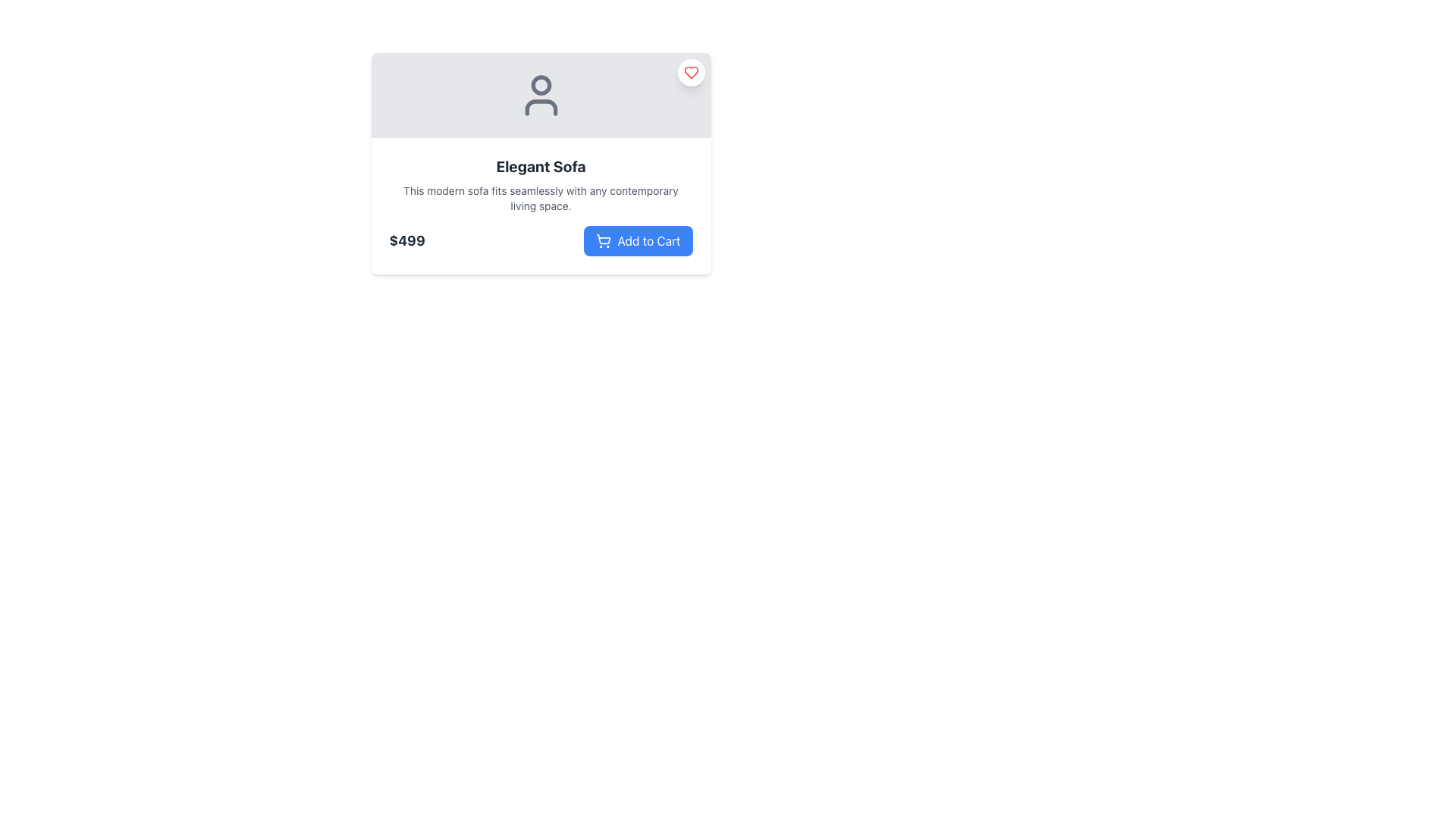 Image resolution: width=1456 pixels, height=819 pixels. What do you see at coordinates (690, 73) in the screenshot?
I see `the heart icon in the top-right circular area of the card interface to favorite the item` at bounding box center [690, 73].